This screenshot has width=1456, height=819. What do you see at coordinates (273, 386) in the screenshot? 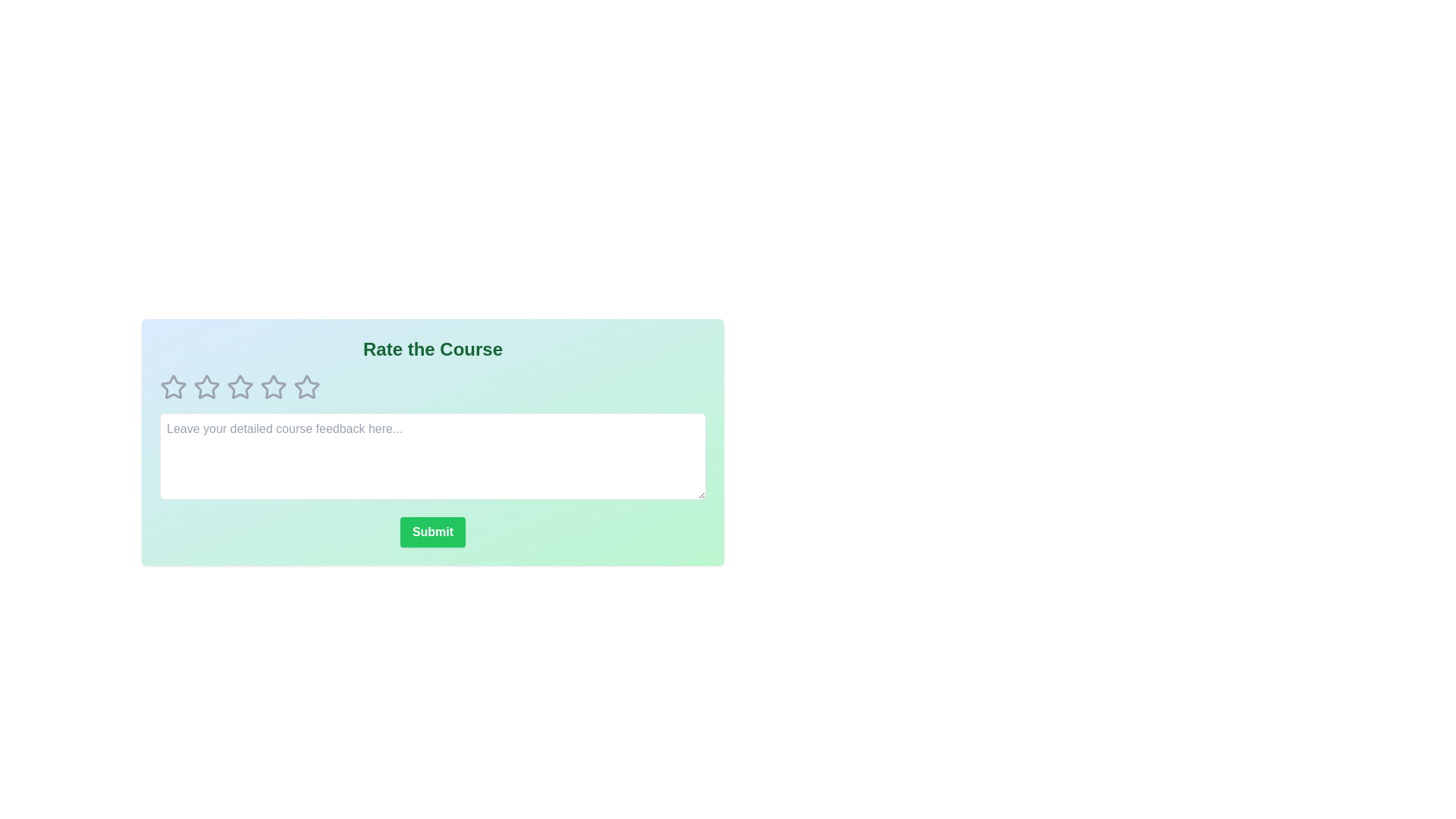
I see `the course rating to 4 stars by clicking on the corresponding star` at bounding box center [273, 386].